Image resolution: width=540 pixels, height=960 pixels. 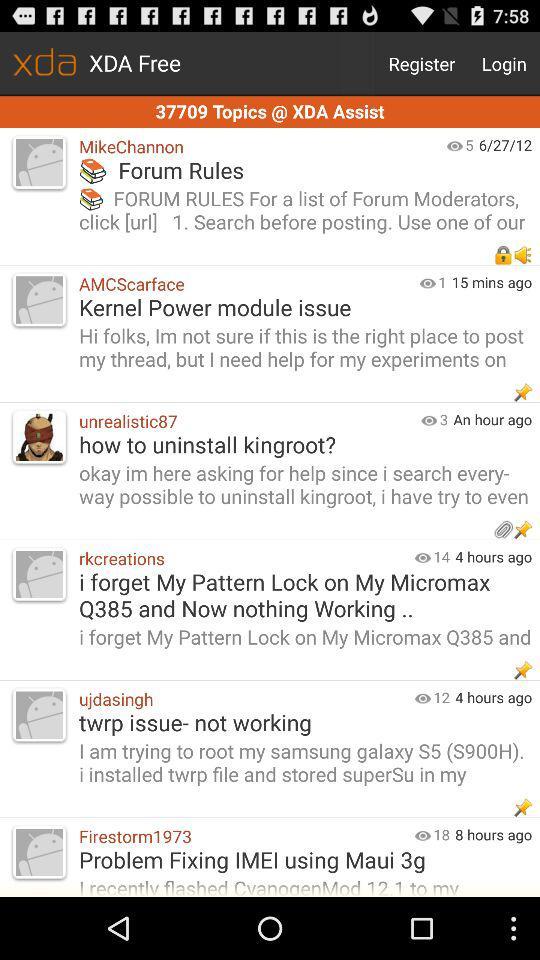 What do you see at coordinates (270, 112) in the screenshot?
I see `the 37709 topics xda` at bounding box center [270, 112].